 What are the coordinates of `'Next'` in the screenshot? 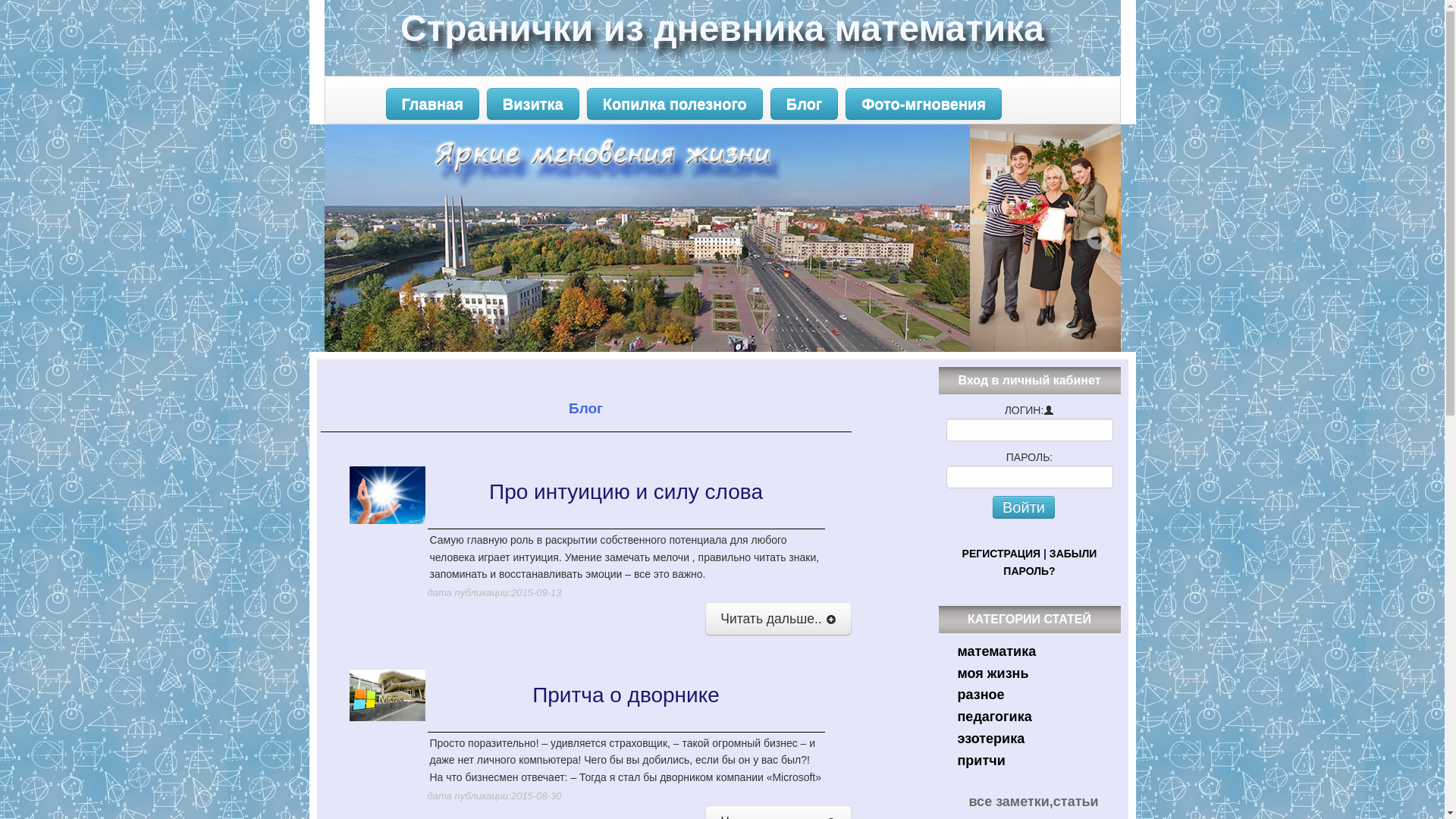 It's located at (1084, 237).